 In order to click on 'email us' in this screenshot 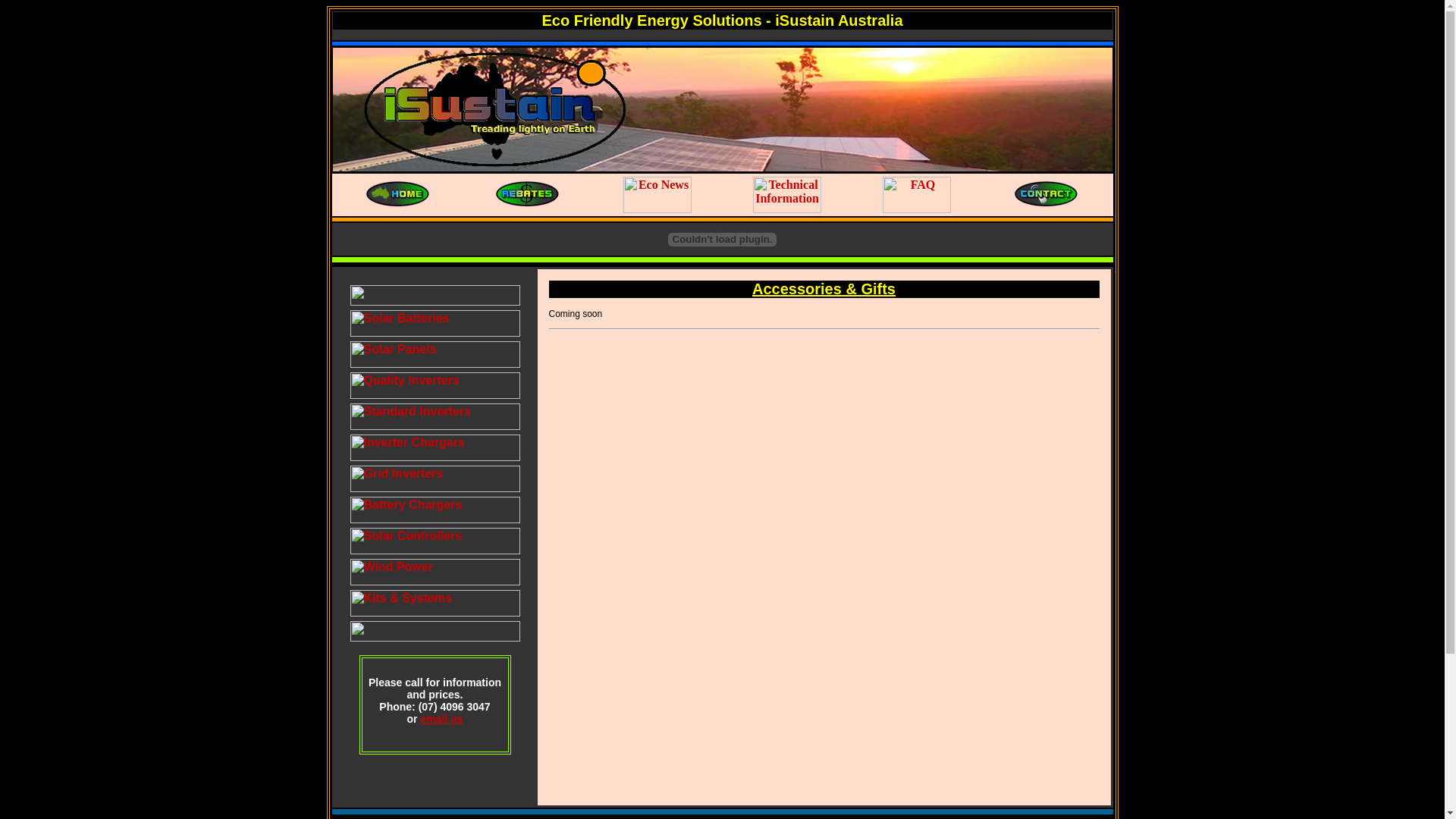, I will do `click(440, 718)`.